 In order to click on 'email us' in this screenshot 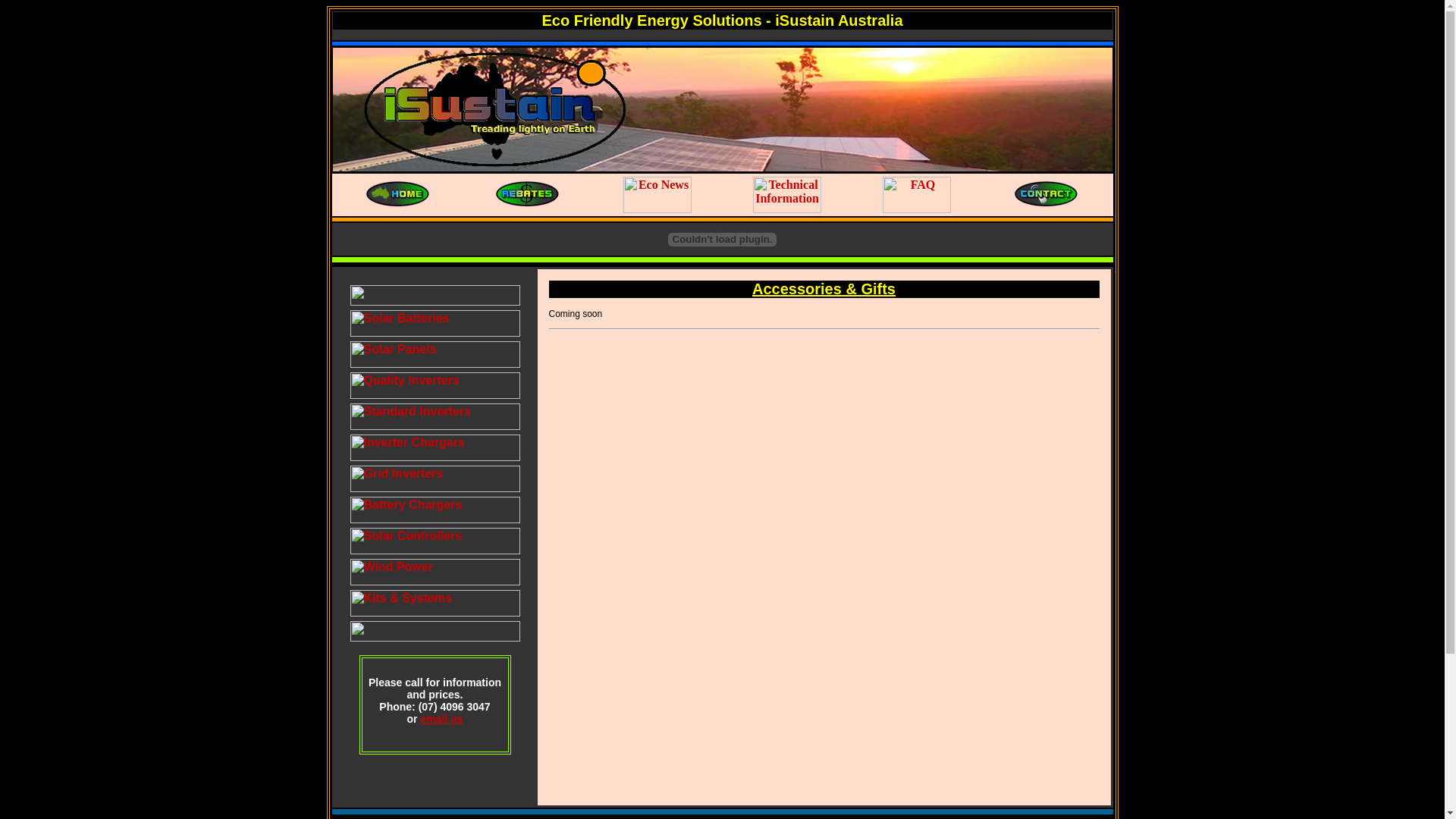, I will do `click(440, 718)`.